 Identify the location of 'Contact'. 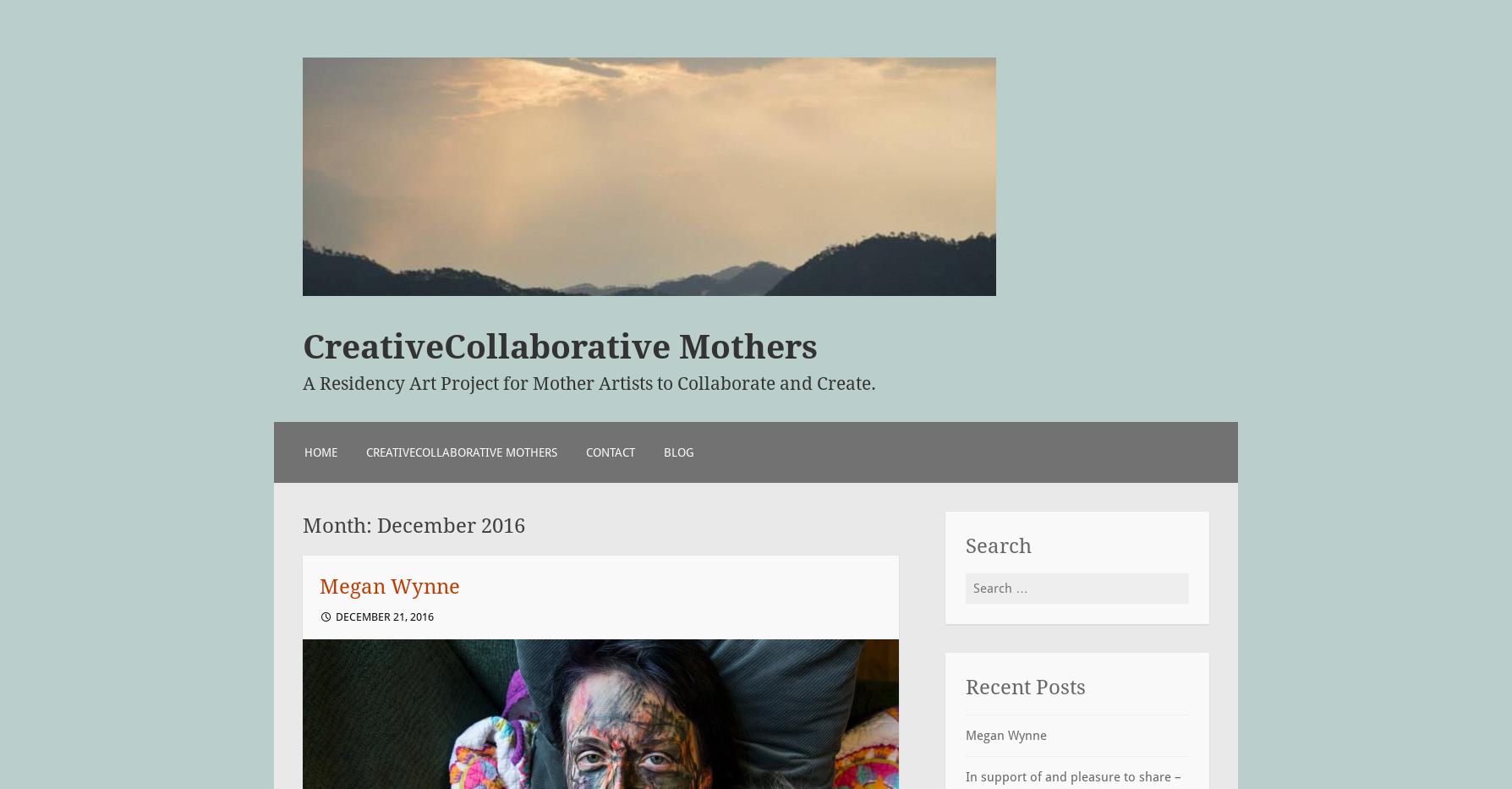
(585, 451).